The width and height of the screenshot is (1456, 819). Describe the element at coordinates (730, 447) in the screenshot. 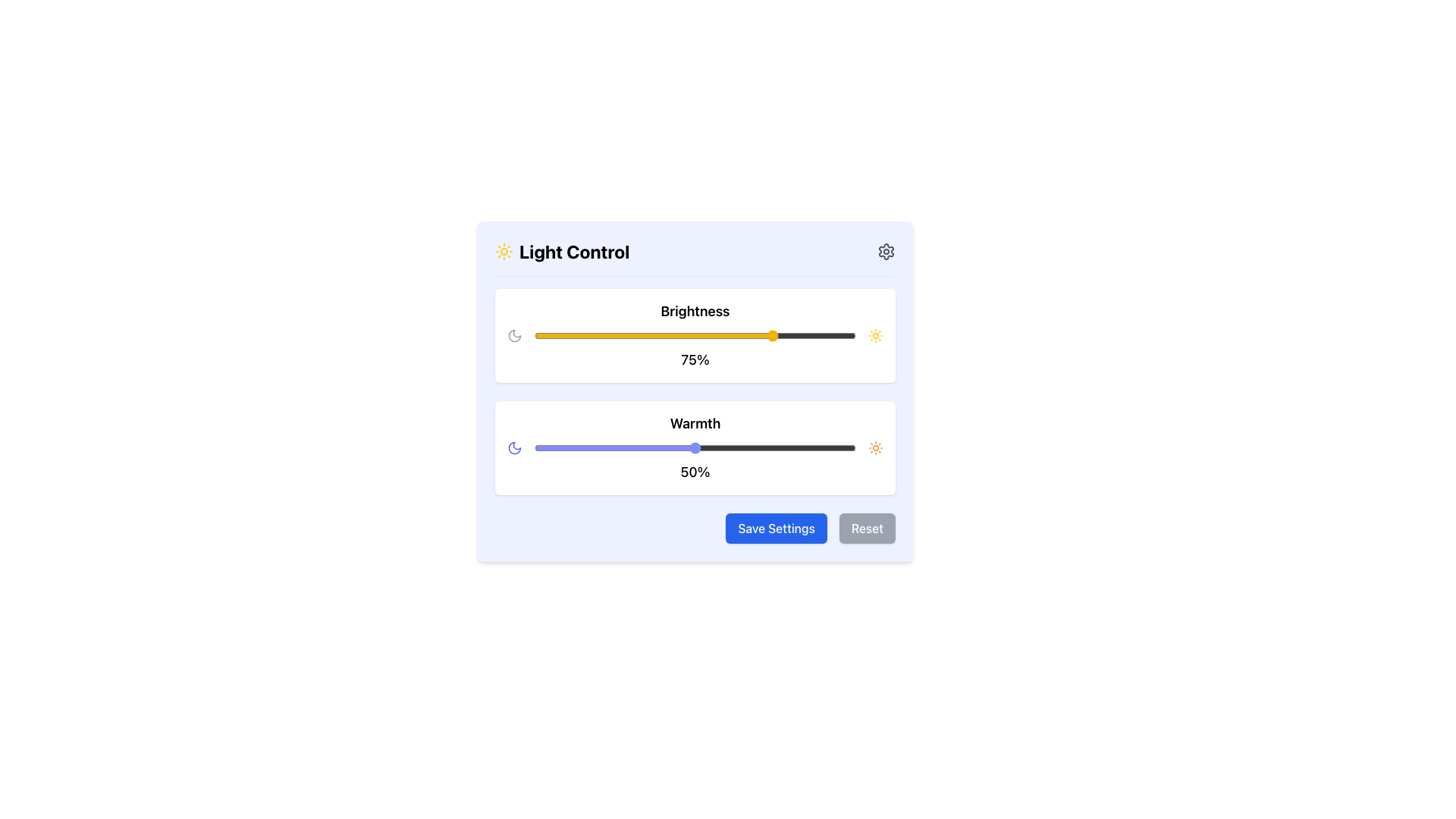

I see `warmth` at that location.